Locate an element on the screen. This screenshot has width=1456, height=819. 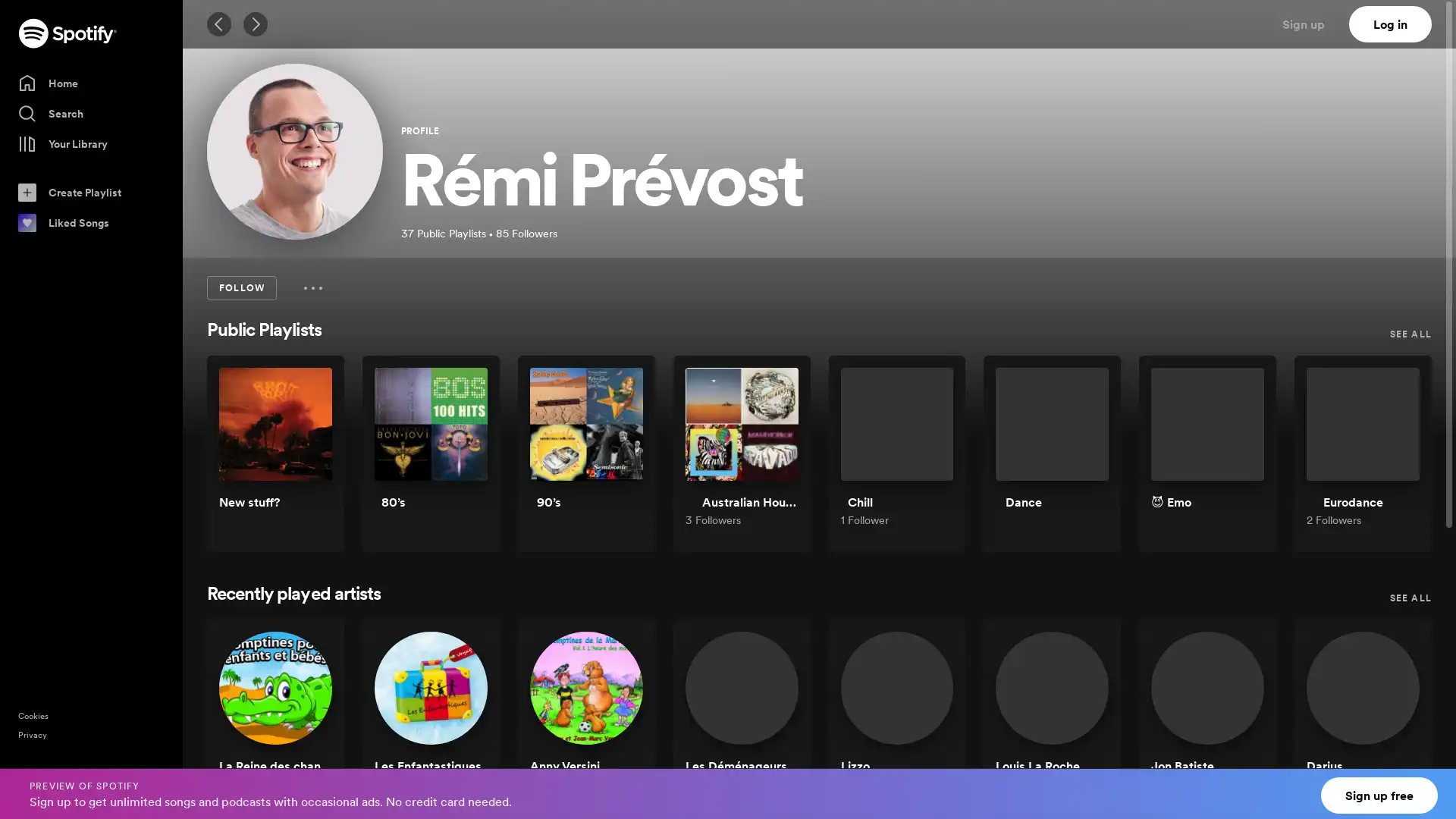
Close is located at coordinates (1430, 784).